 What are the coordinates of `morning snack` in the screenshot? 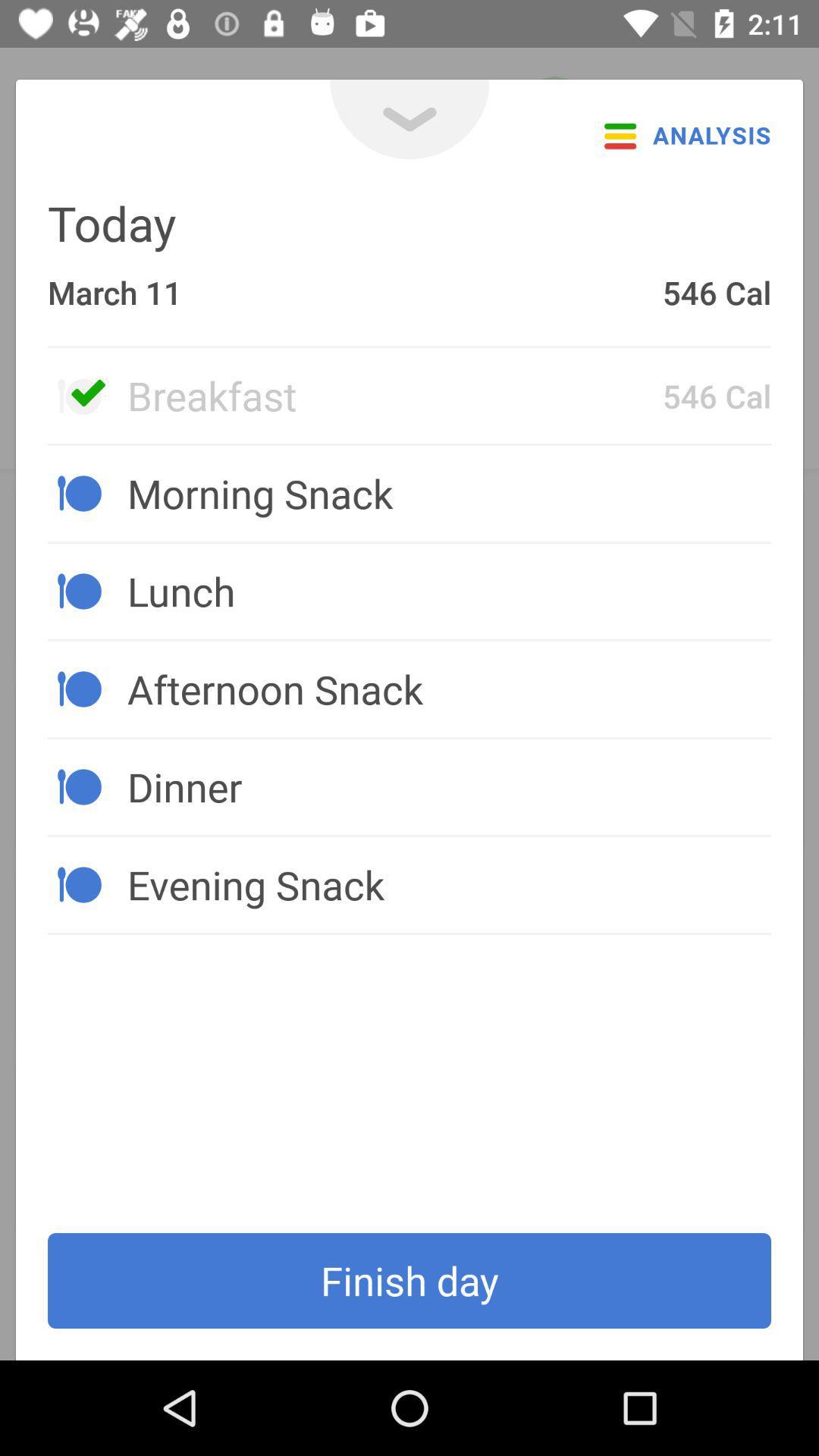 It's located at (448, 493).